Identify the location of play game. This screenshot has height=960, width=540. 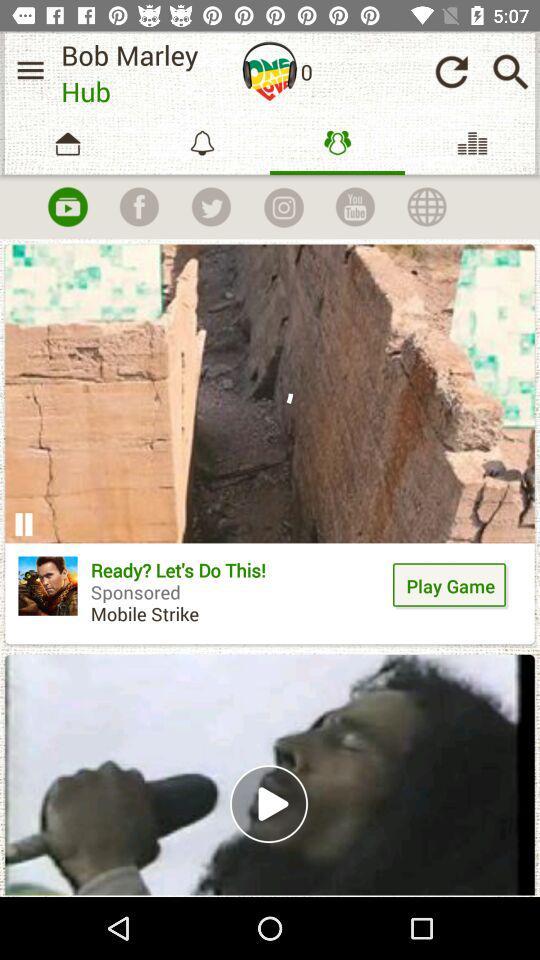
(451, 585).